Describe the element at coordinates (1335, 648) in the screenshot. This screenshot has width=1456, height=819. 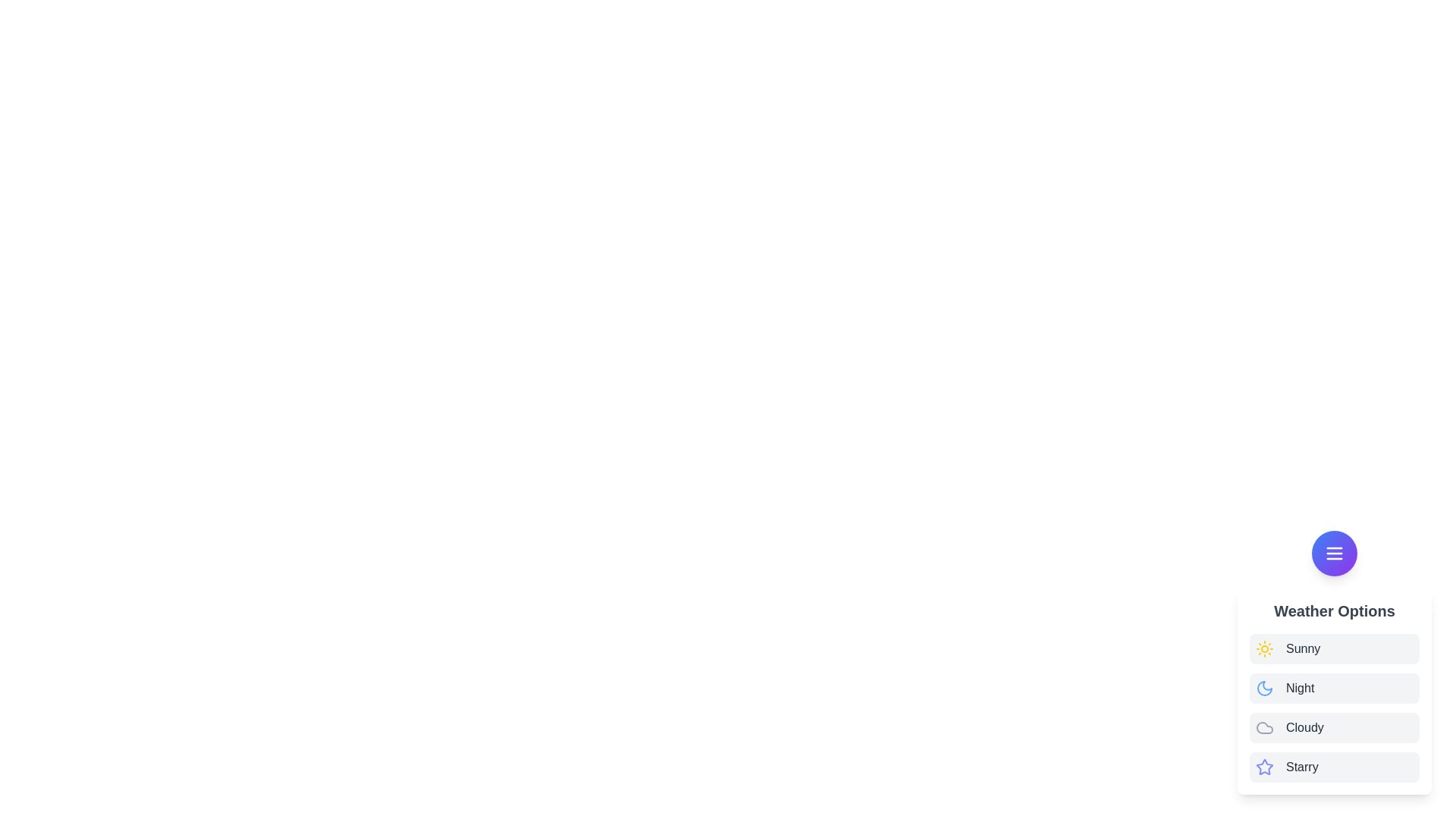
I see `the weather option Sunny from the list` at that location.